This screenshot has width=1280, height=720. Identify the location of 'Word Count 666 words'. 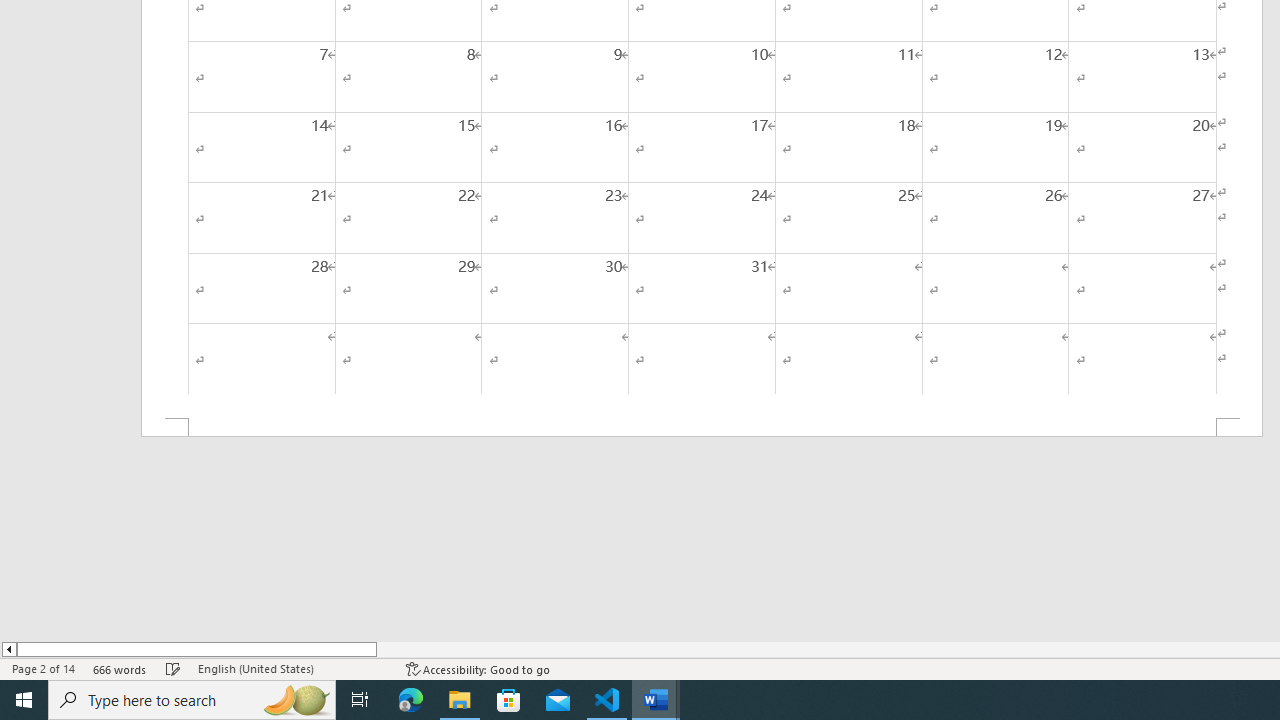
(119, 669).